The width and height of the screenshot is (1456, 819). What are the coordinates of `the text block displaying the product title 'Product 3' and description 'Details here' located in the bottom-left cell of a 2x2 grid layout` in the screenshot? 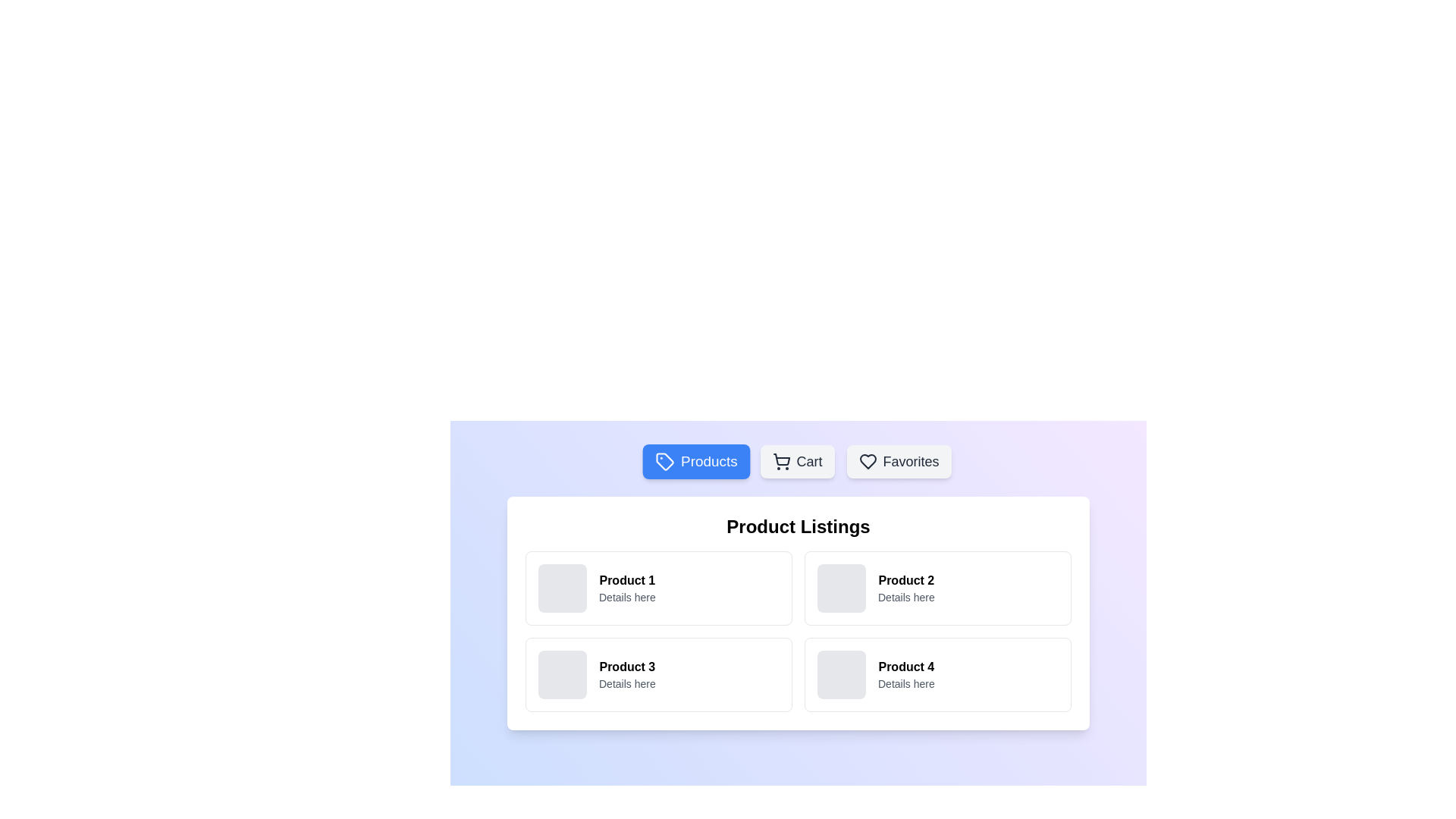 It's located at (627, 674).